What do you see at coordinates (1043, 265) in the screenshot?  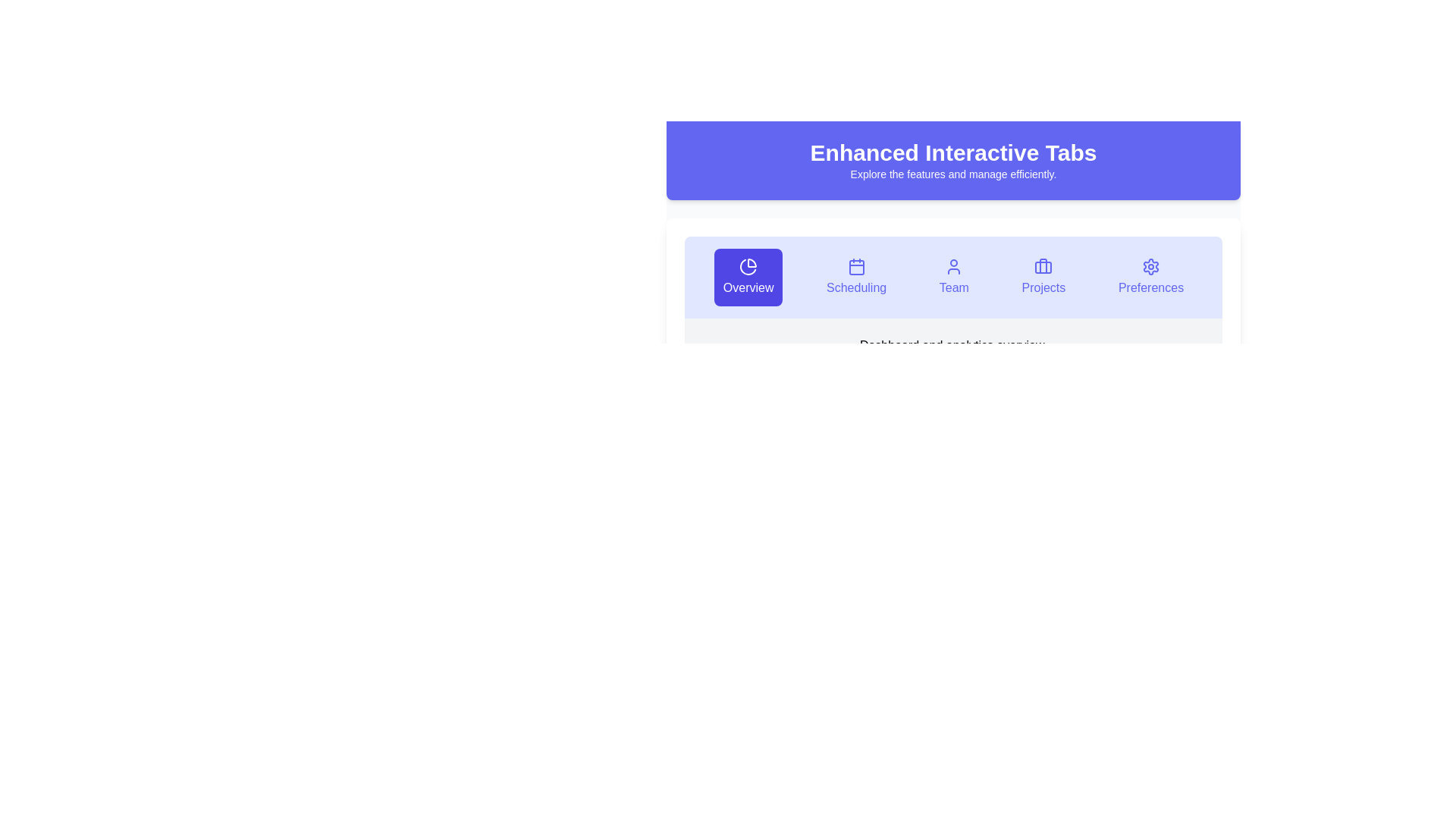 I see `the 'Projects' icon located in the navigation bar, which is the fourth button from the left` at bounding box center [1043, 265].